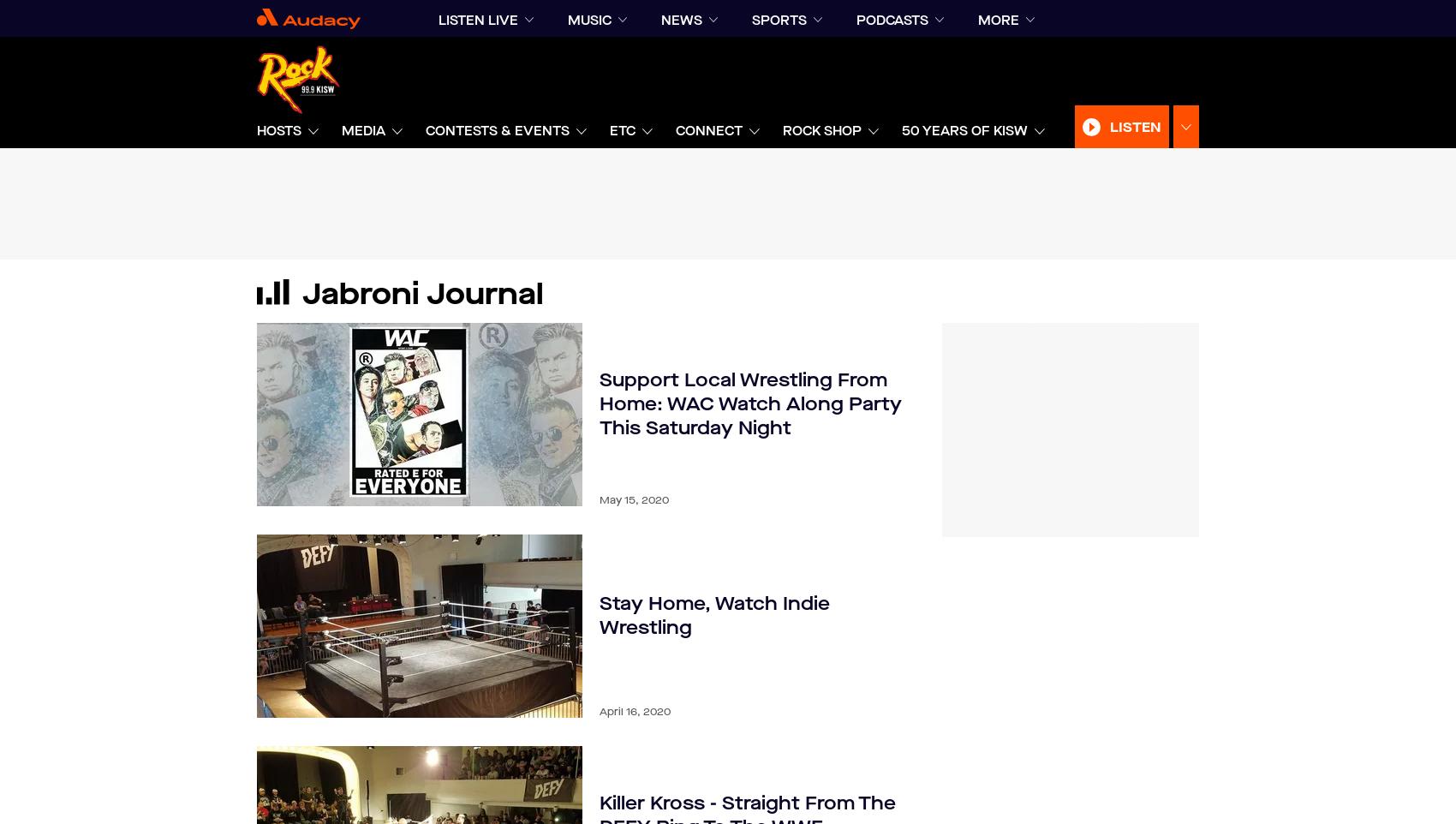 This screenshot has height=824, width=1456. What do you see at coordinates (497, 130) in the screenshot?
I see `'Contests & Events'` at bounding box center [497, 130].